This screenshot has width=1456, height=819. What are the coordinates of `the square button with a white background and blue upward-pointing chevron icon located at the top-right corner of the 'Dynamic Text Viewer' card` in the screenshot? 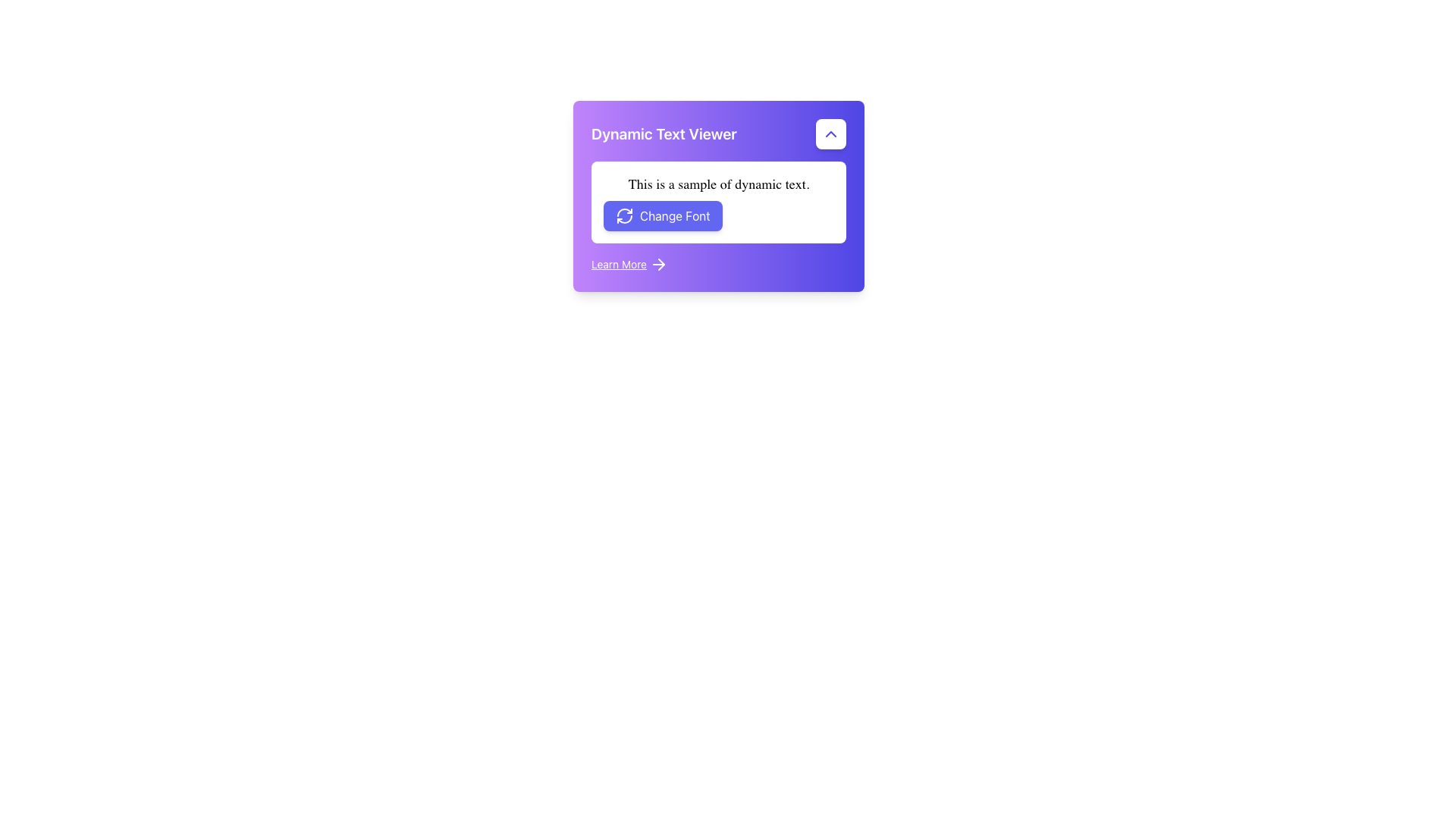 It's located at (830, 133).